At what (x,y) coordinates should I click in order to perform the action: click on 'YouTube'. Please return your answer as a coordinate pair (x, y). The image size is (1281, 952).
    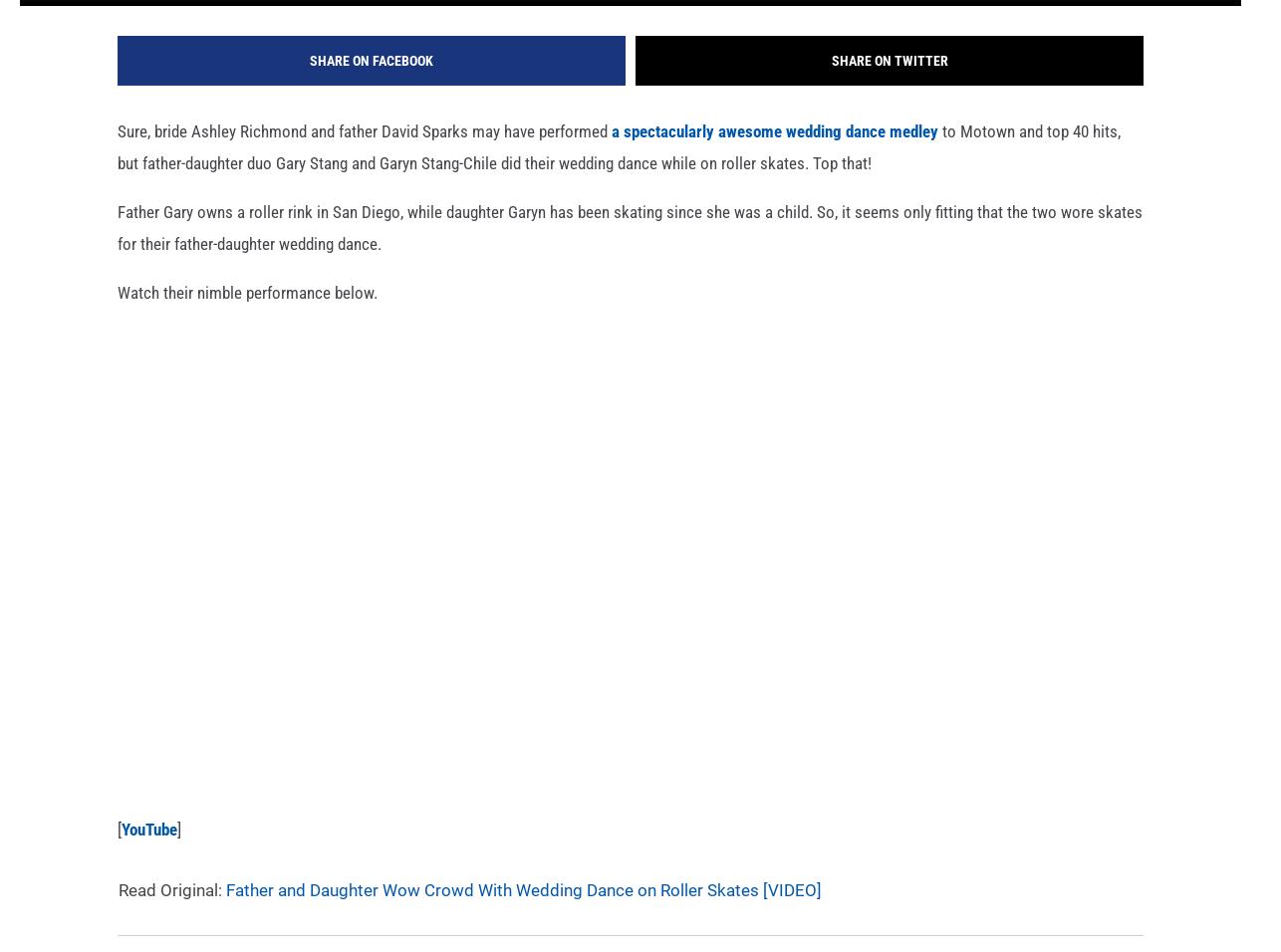
    Looking at the image, I should click on (148, 856).